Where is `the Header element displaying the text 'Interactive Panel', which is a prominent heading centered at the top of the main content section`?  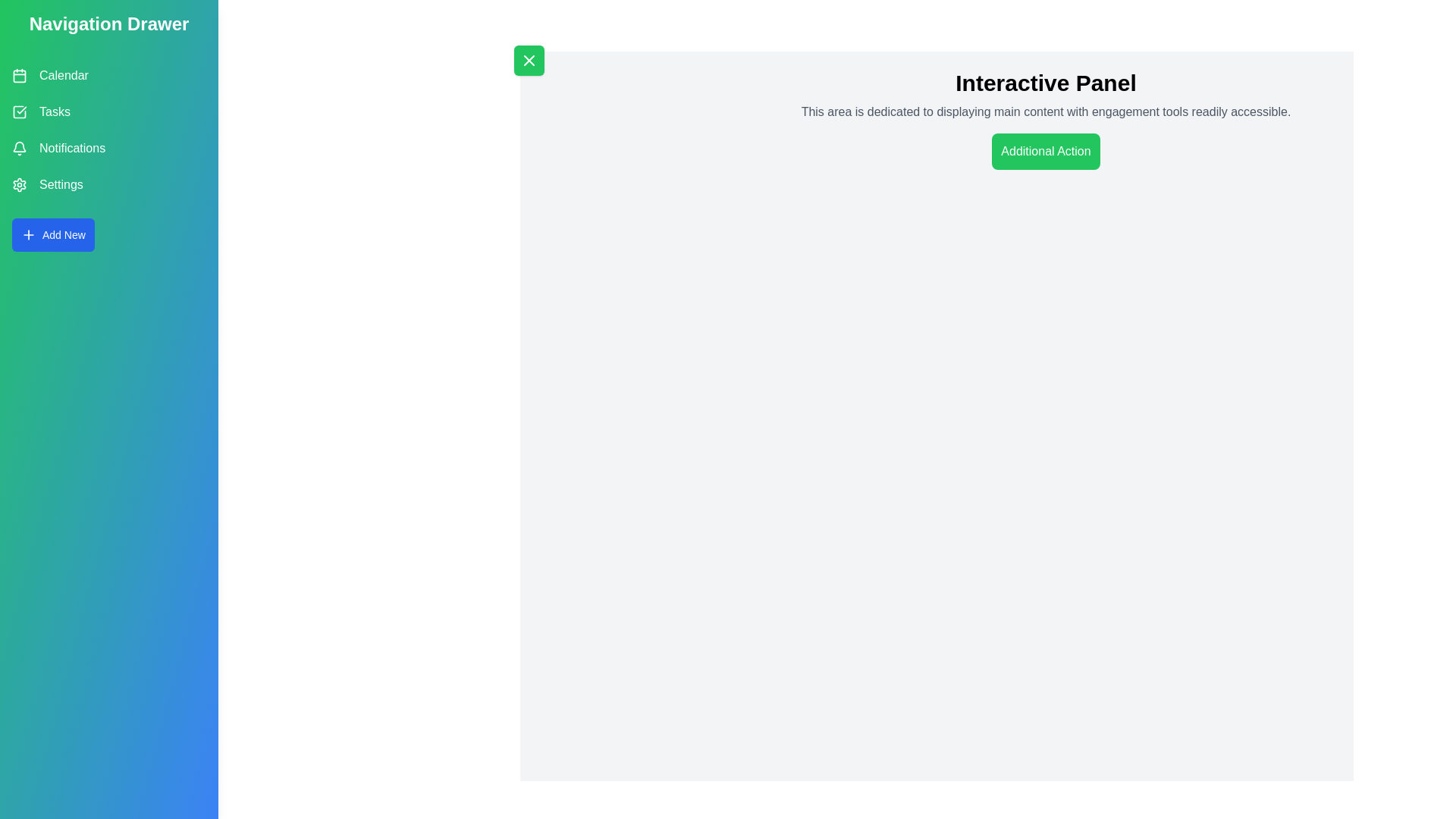 the Header element displaying the text 'Interactive Panel', which is a prominent heading centered at the top of the main content section is located at coordinates (1045, 83).